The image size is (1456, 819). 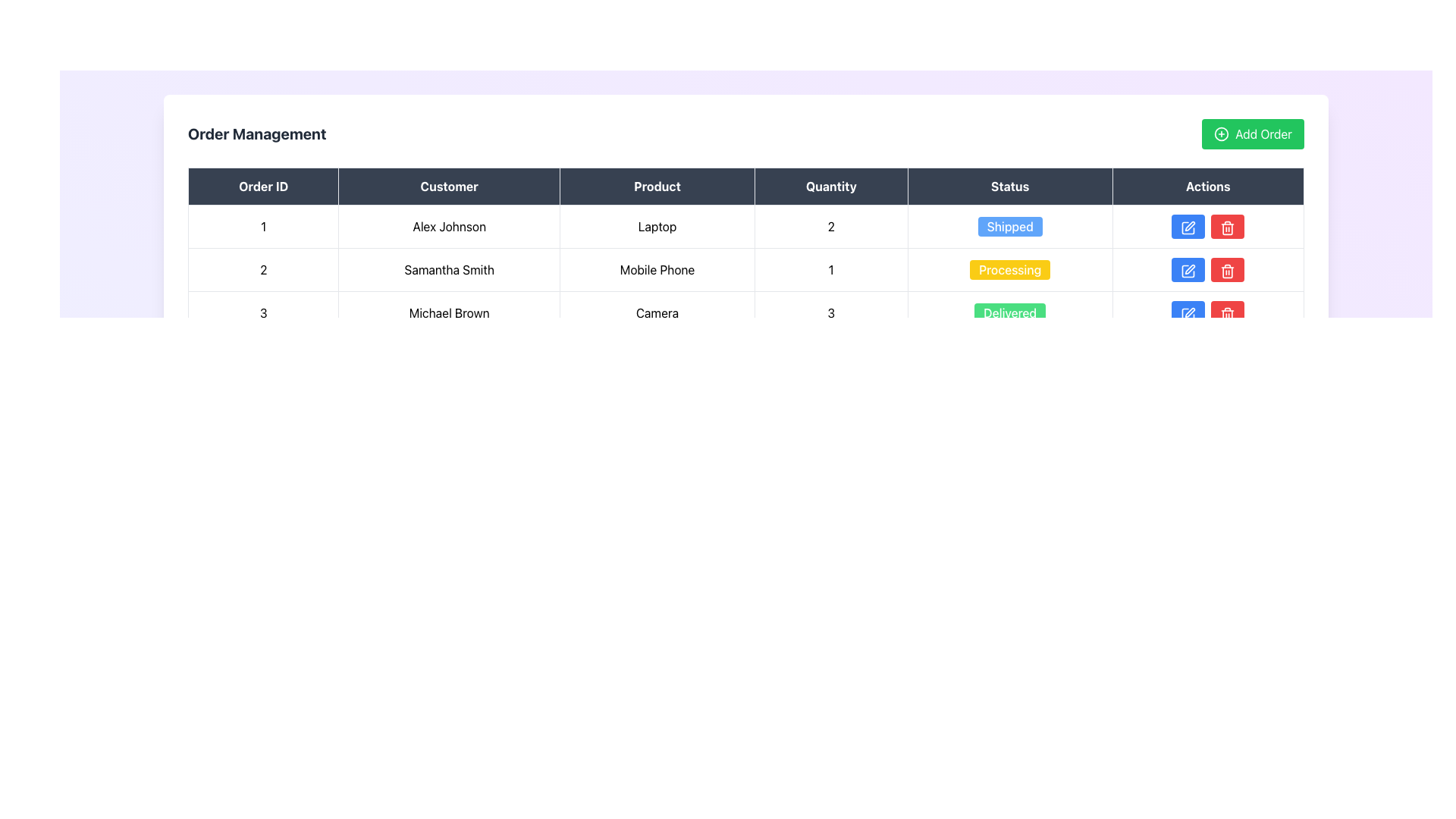 What do you see at coordinates (1228, 268) in the screenshot?
I see `the red rounded button with a white trash icon located in the second row of the Actions column in the table` at bounding box center [1228, 268].